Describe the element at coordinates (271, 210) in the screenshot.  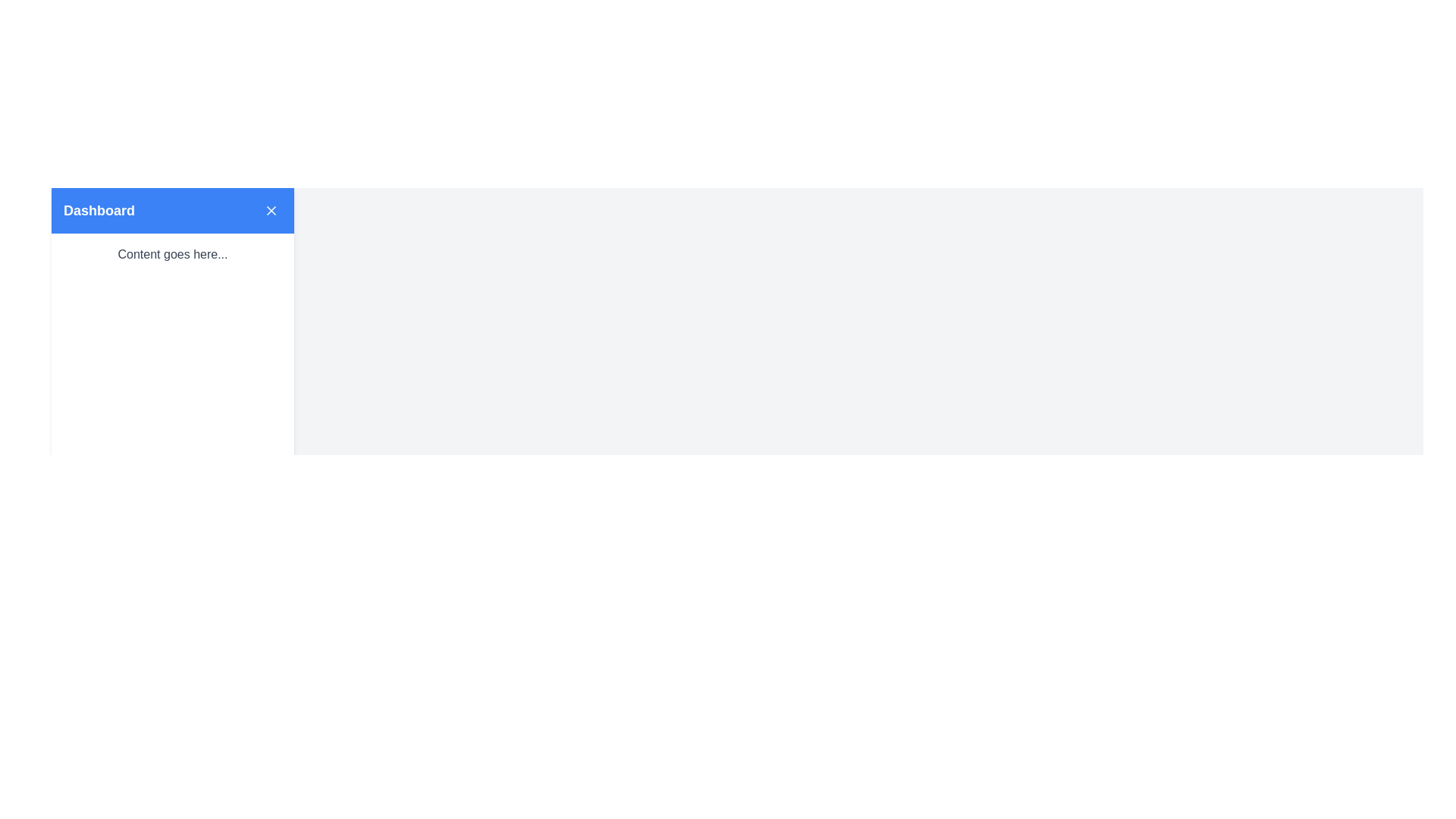
I see `the 'X' icon button on the blue header bar labeled 'Dashboard'` at that location.